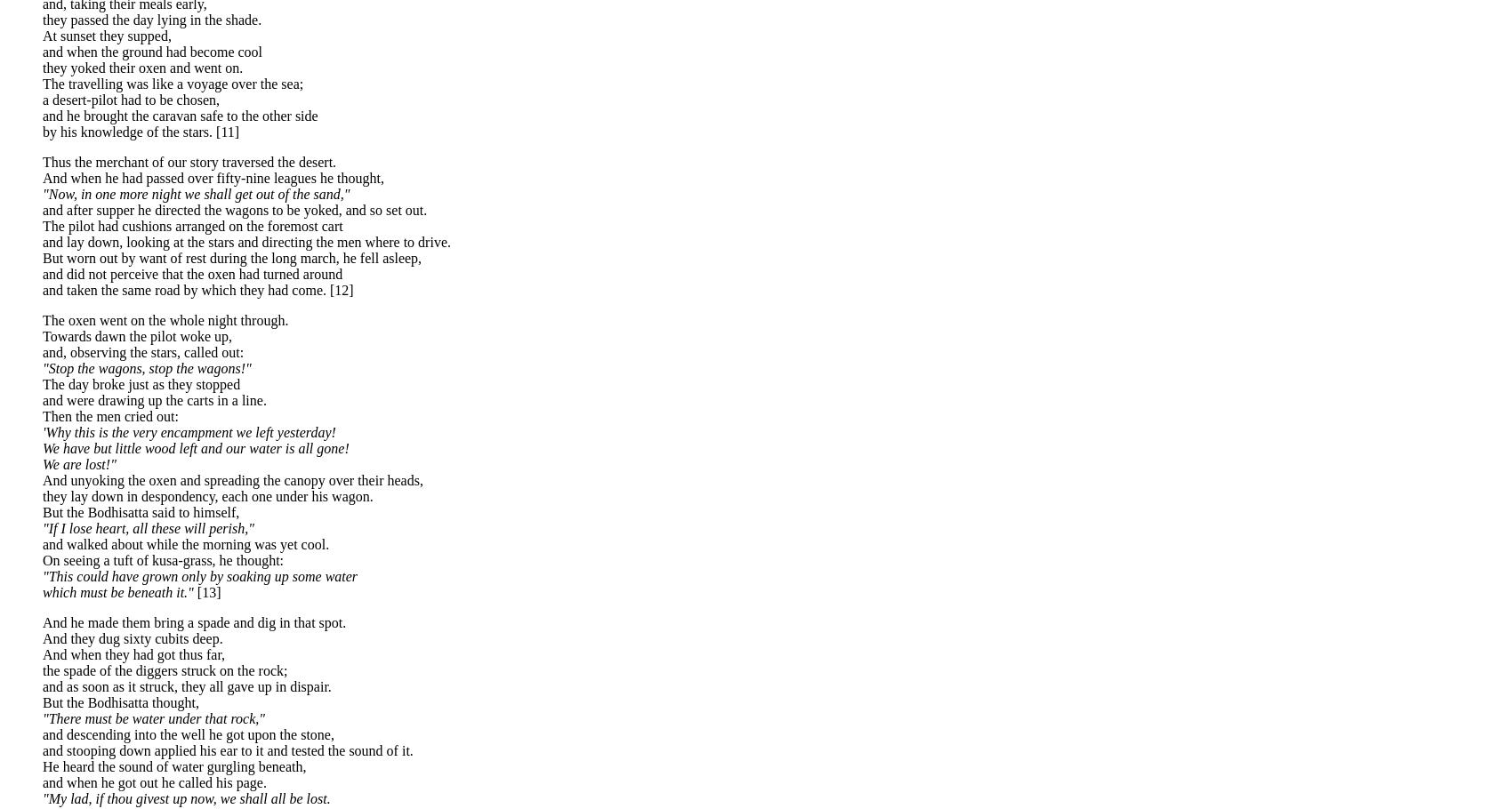 This screenshot has width=1512, height=809. What do you see at coordinates (153, 781) in the screenshot?
I see `'and when he got  out  he called  his page.'` at bounding box center [153, 781].